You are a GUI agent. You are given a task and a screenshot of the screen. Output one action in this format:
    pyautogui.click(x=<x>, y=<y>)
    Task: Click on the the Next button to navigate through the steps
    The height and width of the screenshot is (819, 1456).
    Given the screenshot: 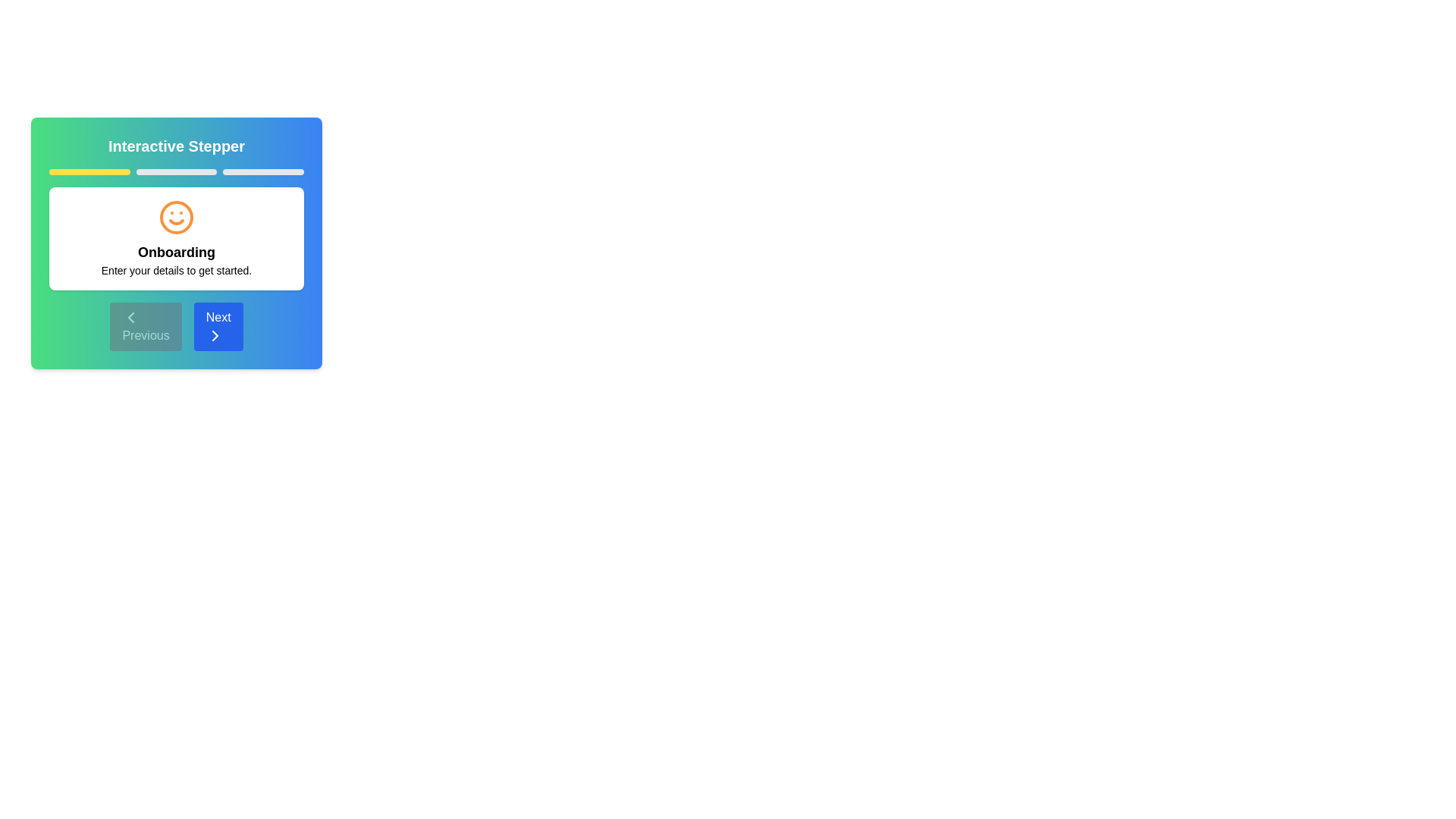 What is the action you would take?
    pyautogui.click(x=218, y=326)
    